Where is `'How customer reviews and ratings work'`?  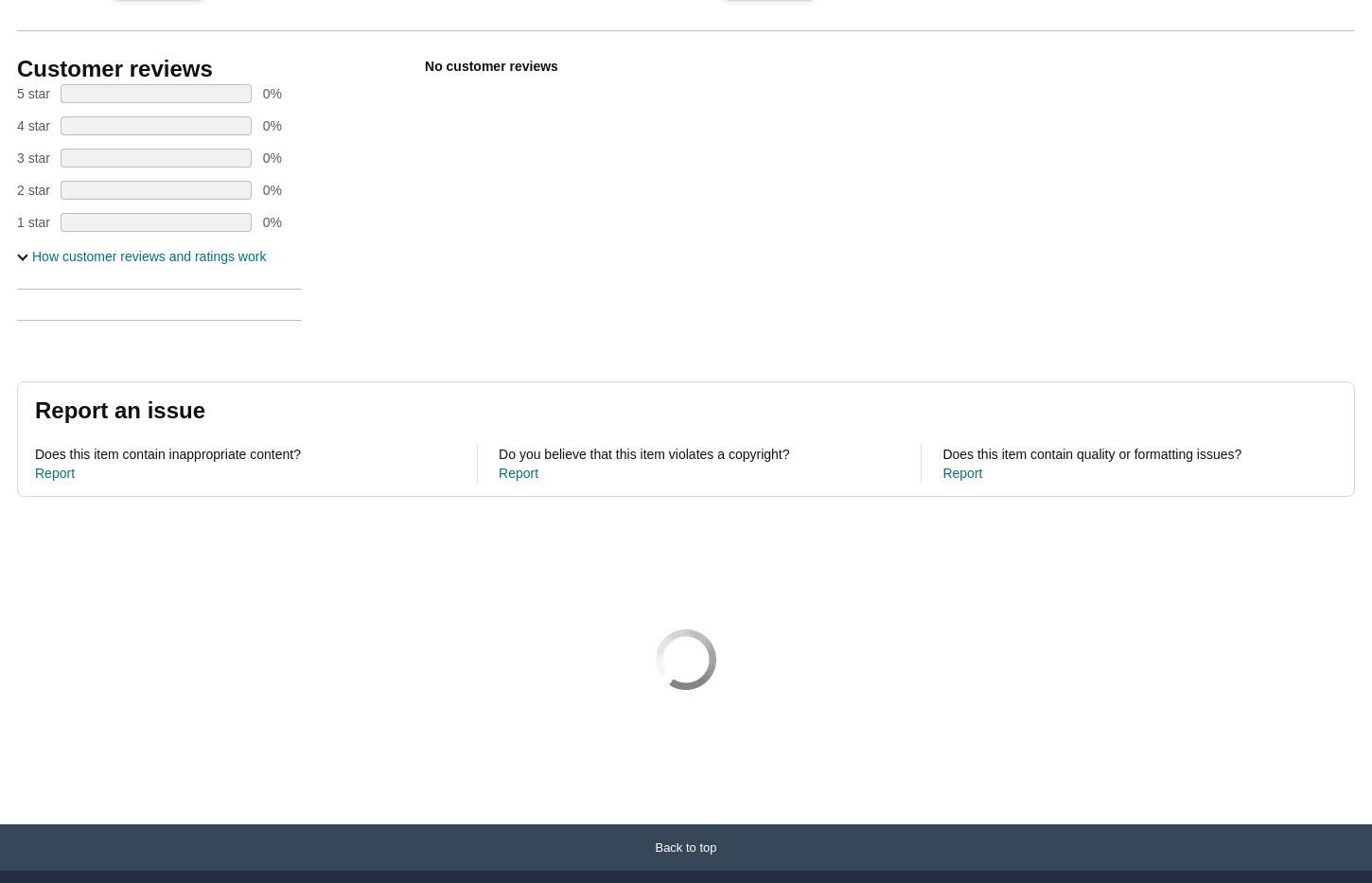 'How customer reviews and ratings work' is located at coordinates (148, 256).